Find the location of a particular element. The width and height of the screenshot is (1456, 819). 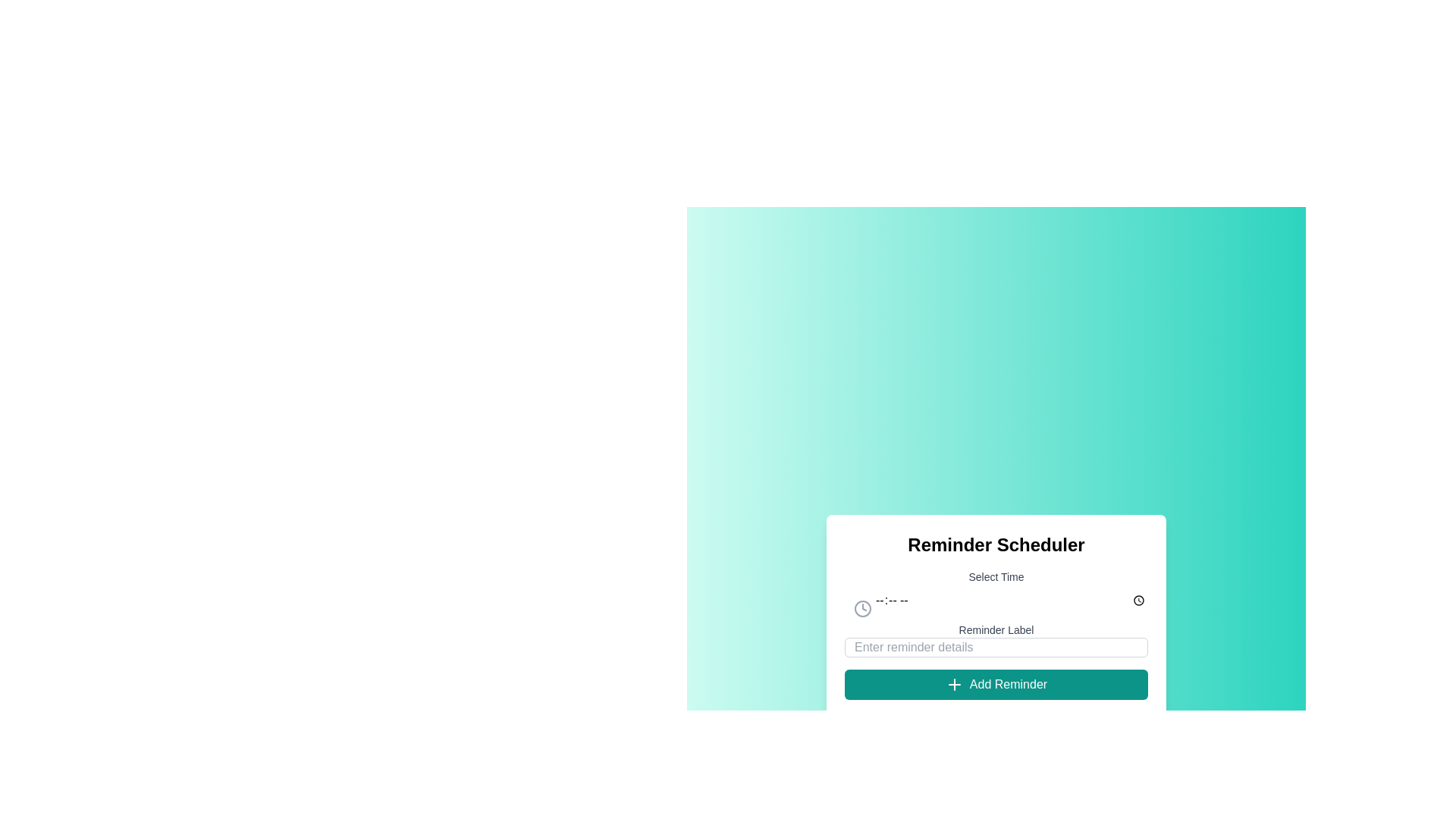

the text input field labeled 'Reminder Label' to focus on it is located at coordinates (996, 640).